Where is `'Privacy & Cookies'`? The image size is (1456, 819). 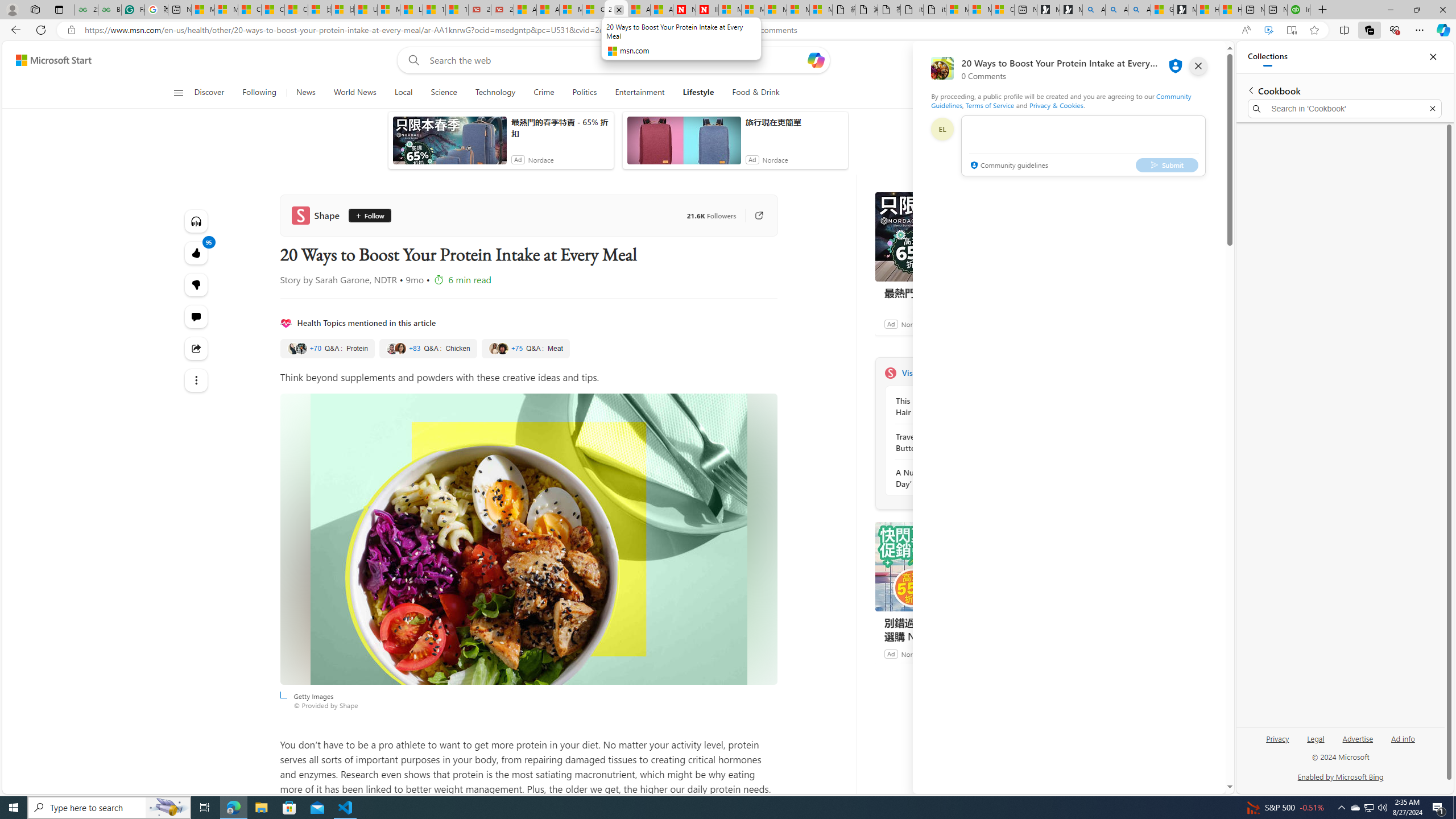
'Privacy & Cookies' is located at coordinates (1057, 105).